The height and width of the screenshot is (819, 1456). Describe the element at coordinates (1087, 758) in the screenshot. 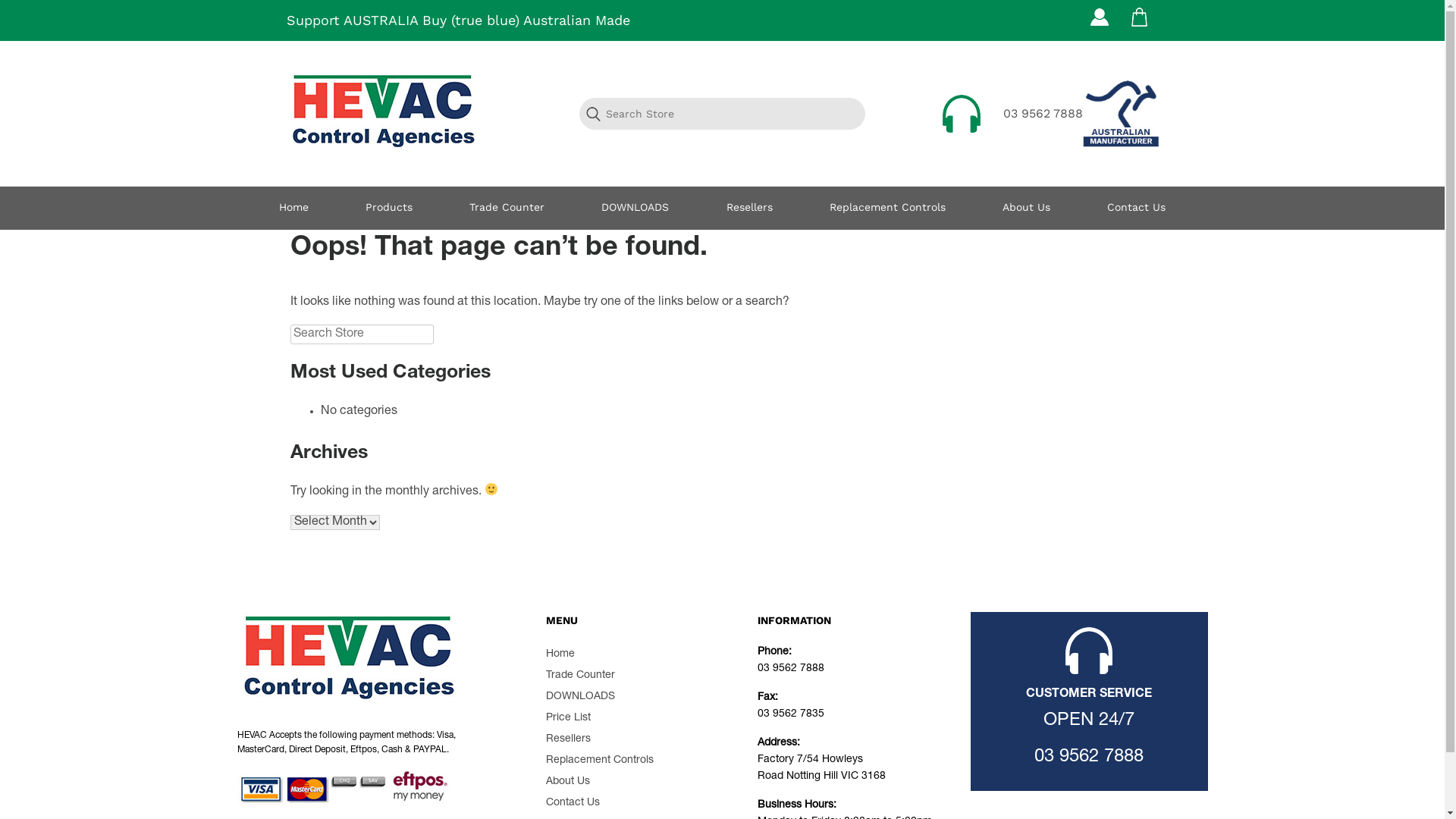

I see `'03 9562 7888'` at that location.